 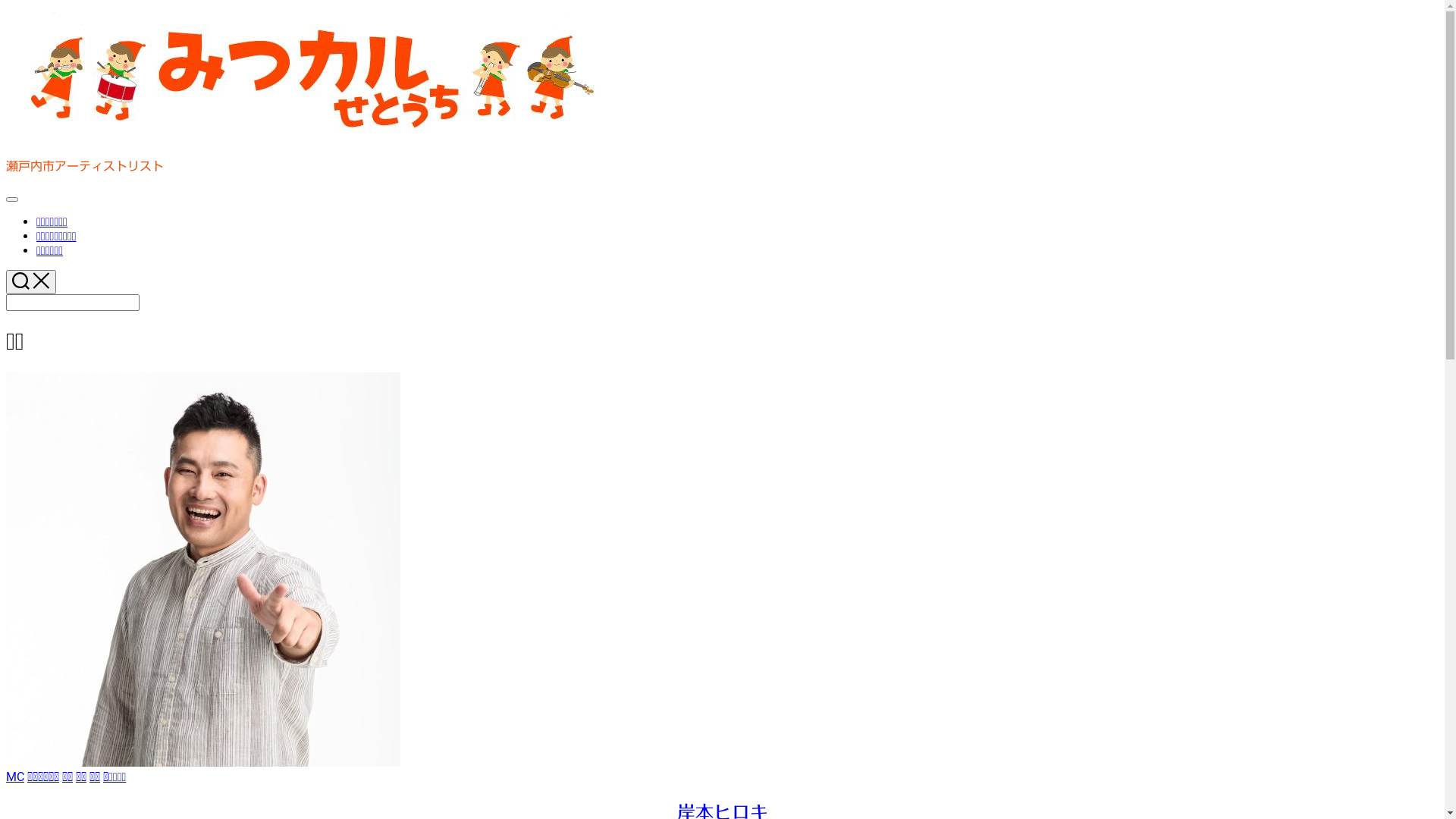 What do you see at coordinates (14, 777) in the screenshot?
I see `'MC'` at bounding box center [14, 777].